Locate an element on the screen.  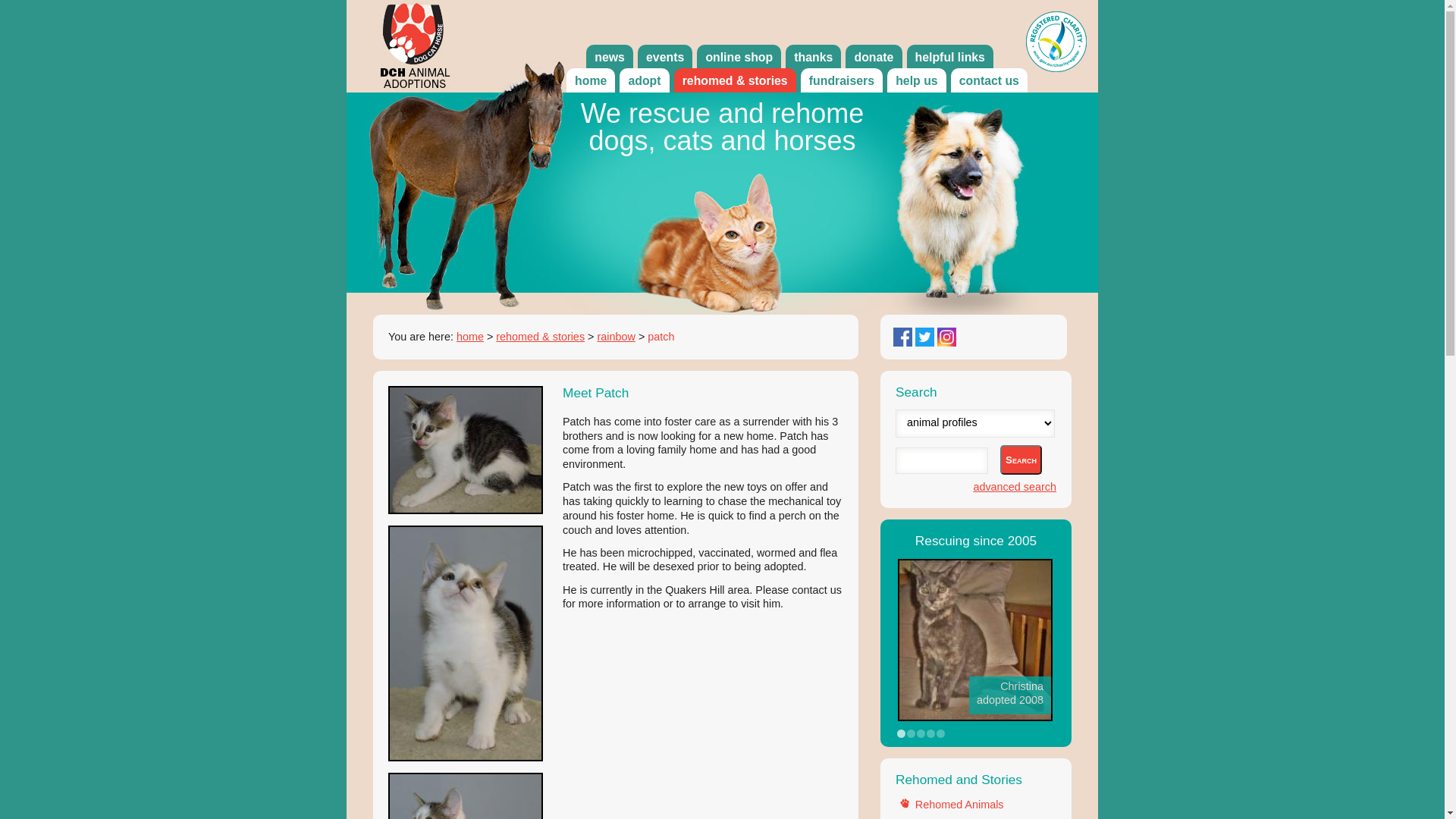
'Rehomed Animals' is located at coordinates (959, 803).